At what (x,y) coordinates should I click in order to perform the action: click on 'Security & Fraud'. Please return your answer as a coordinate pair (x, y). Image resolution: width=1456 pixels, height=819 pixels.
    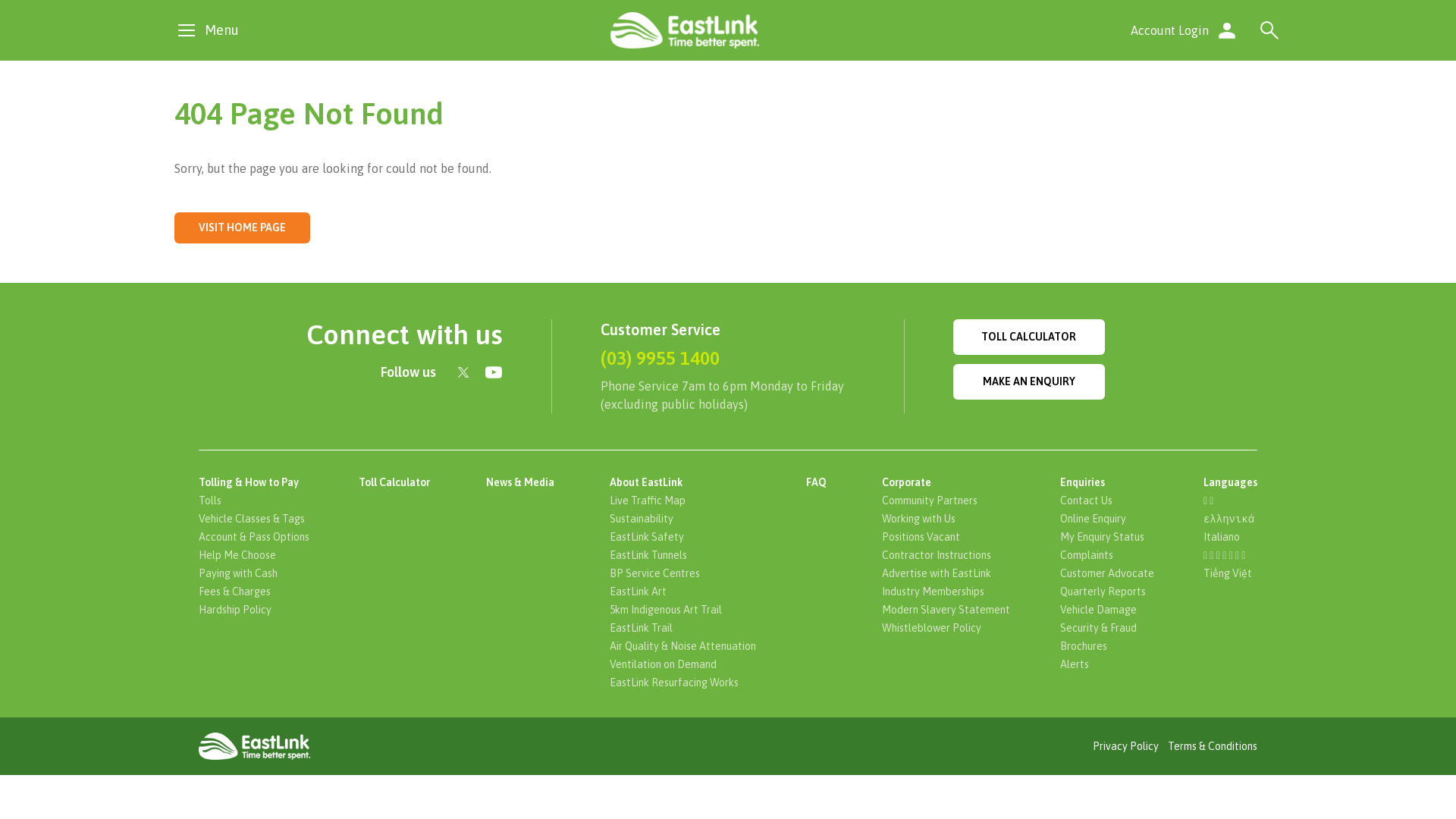
    Looking at the image, I should click on (1059, 628).